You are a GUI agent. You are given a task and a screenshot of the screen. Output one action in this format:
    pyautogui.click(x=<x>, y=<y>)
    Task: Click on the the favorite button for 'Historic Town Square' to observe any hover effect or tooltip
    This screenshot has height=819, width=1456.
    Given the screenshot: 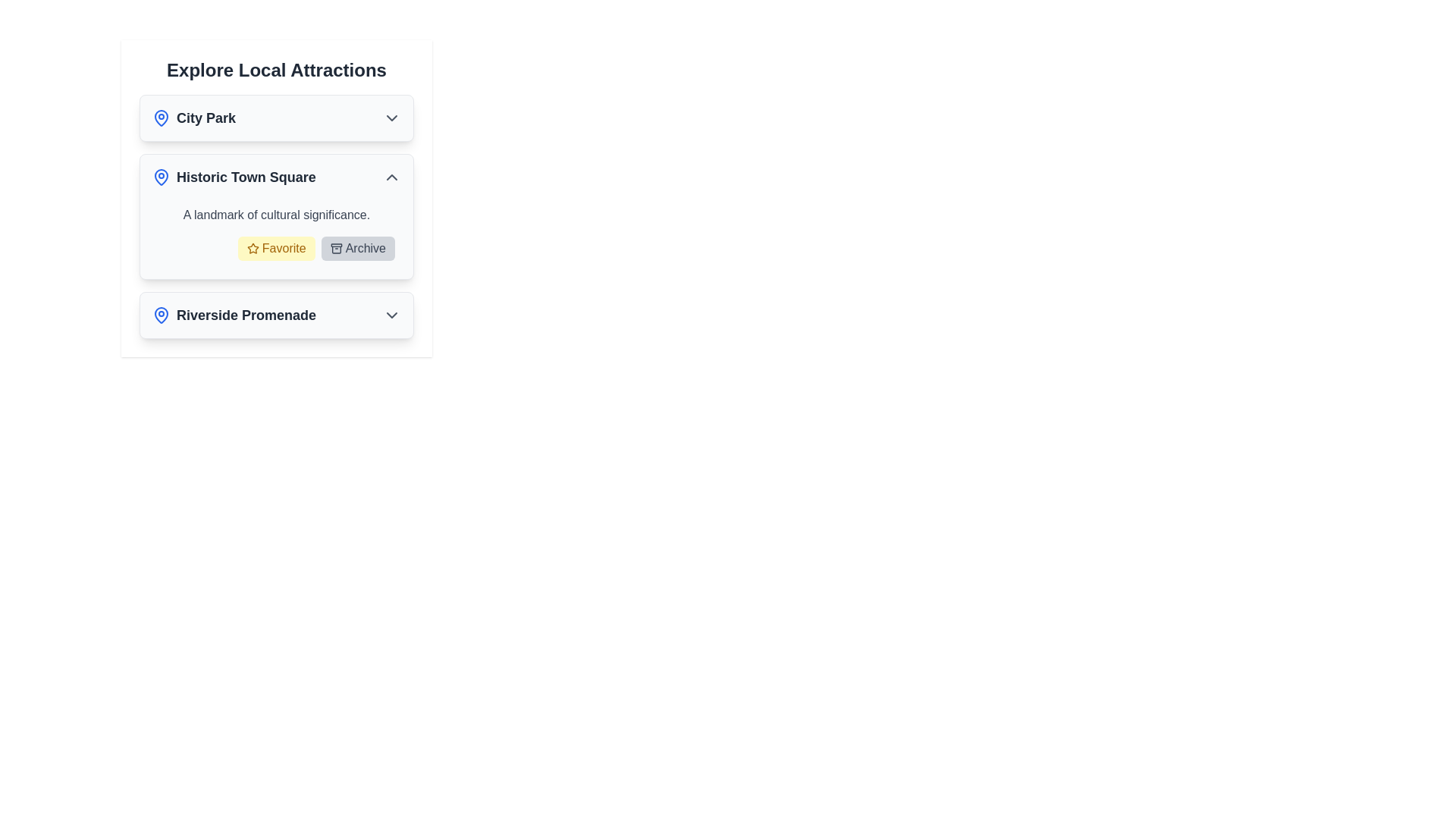 What is the action you would take?
    pyautogui.click(x=276, y=247)
    